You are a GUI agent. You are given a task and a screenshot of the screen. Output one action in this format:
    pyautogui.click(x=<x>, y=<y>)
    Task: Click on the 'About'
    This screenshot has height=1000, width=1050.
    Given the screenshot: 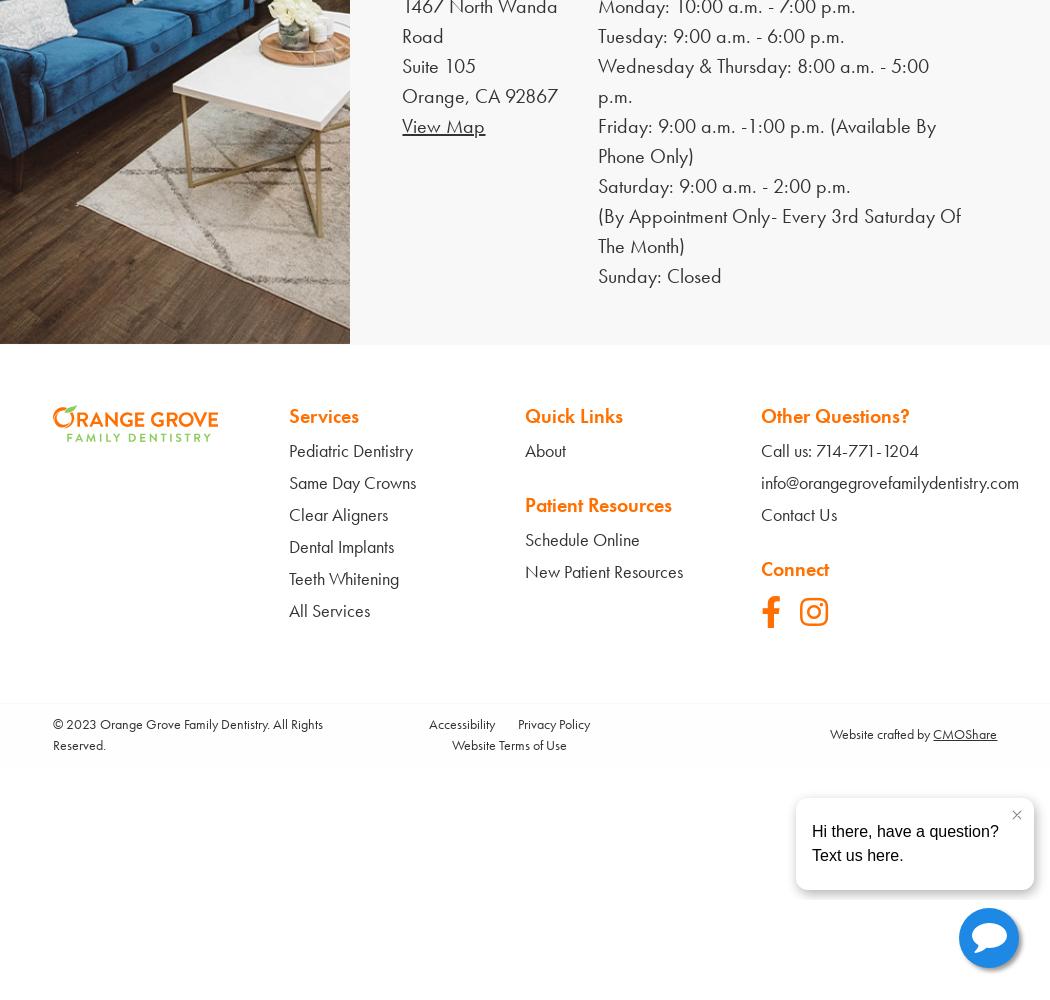 What is the action you would take?
    pyautogui.click(x=545, y=448)
    